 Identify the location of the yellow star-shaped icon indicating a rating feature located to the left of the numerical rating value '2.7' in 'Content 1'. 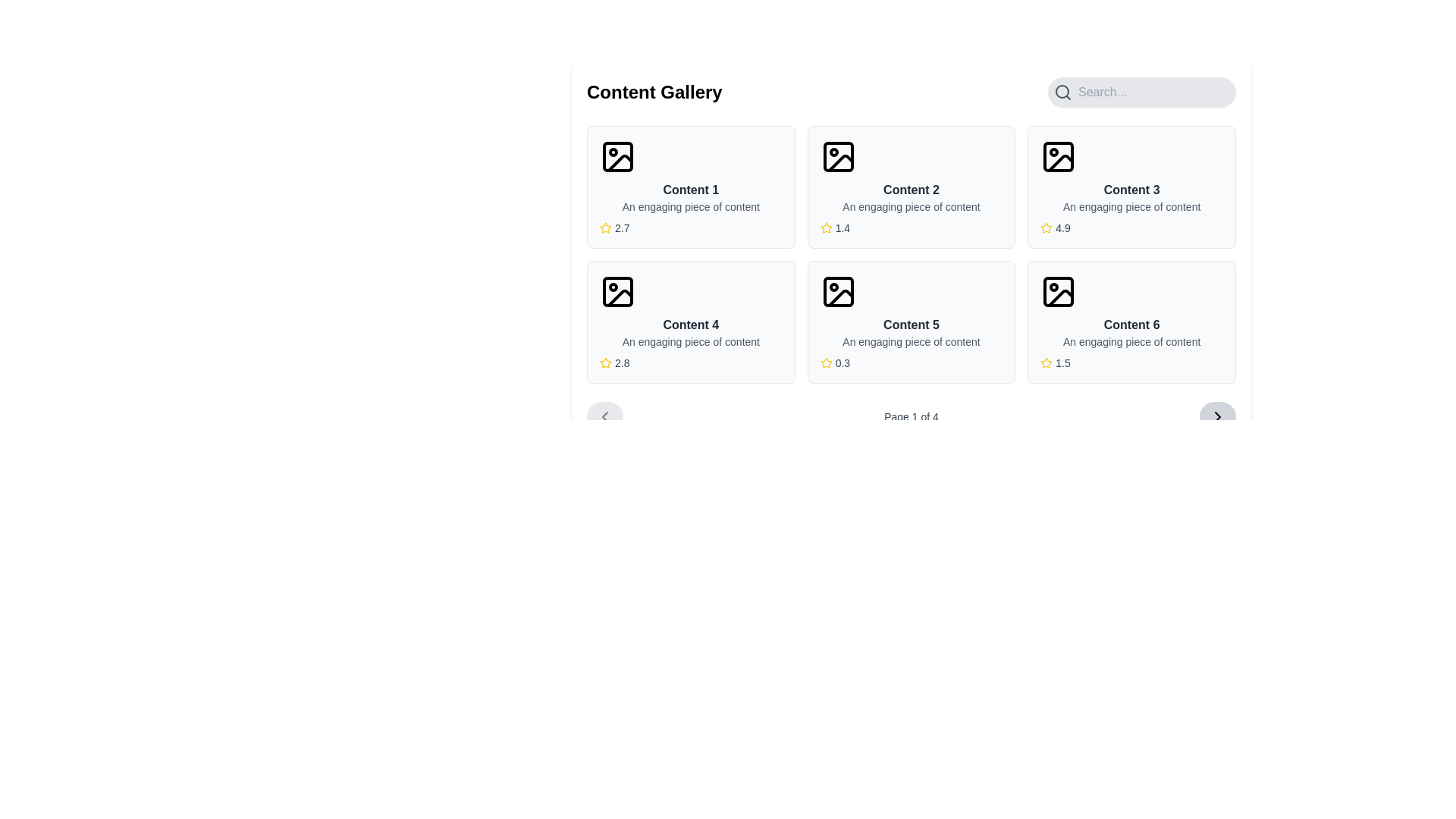
(604, 227).